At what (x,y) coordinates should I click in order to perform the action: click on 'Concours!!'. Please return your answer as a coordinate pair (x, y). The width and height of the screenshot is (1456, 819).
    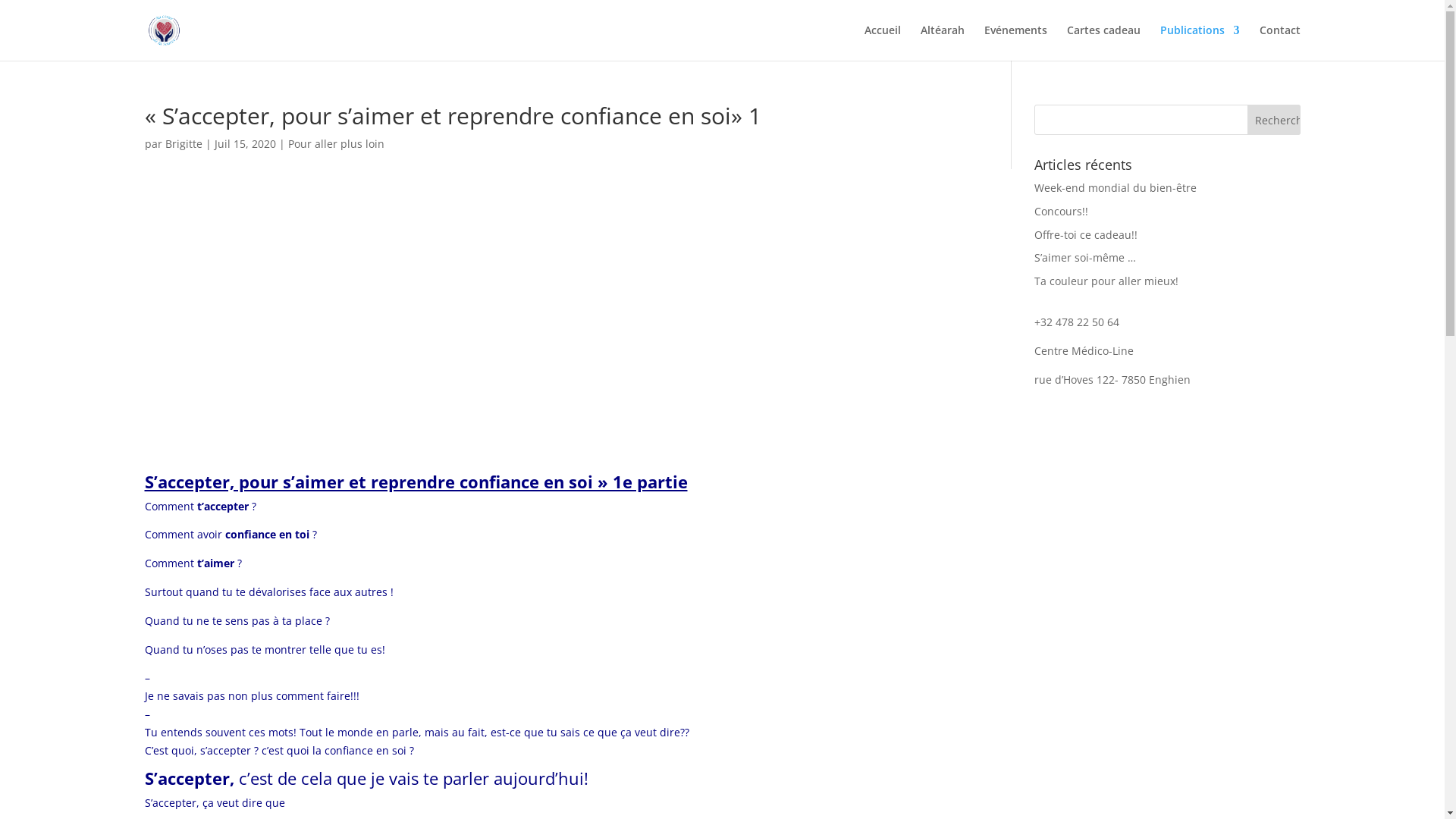
    Looking at the image, I should click on (1060, 211).